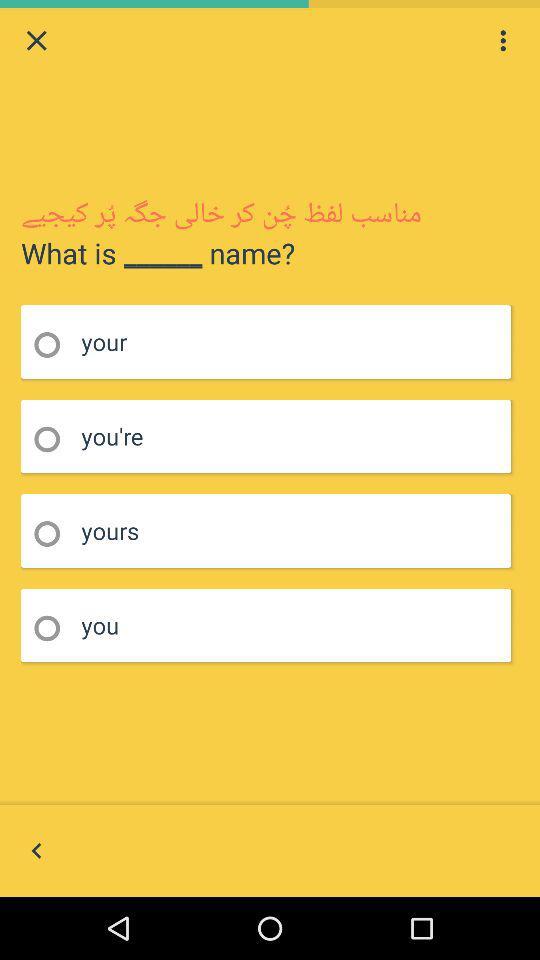  Describe the element at coordinates (502, 42) in the screenshot. I see `the more icon` at that location.